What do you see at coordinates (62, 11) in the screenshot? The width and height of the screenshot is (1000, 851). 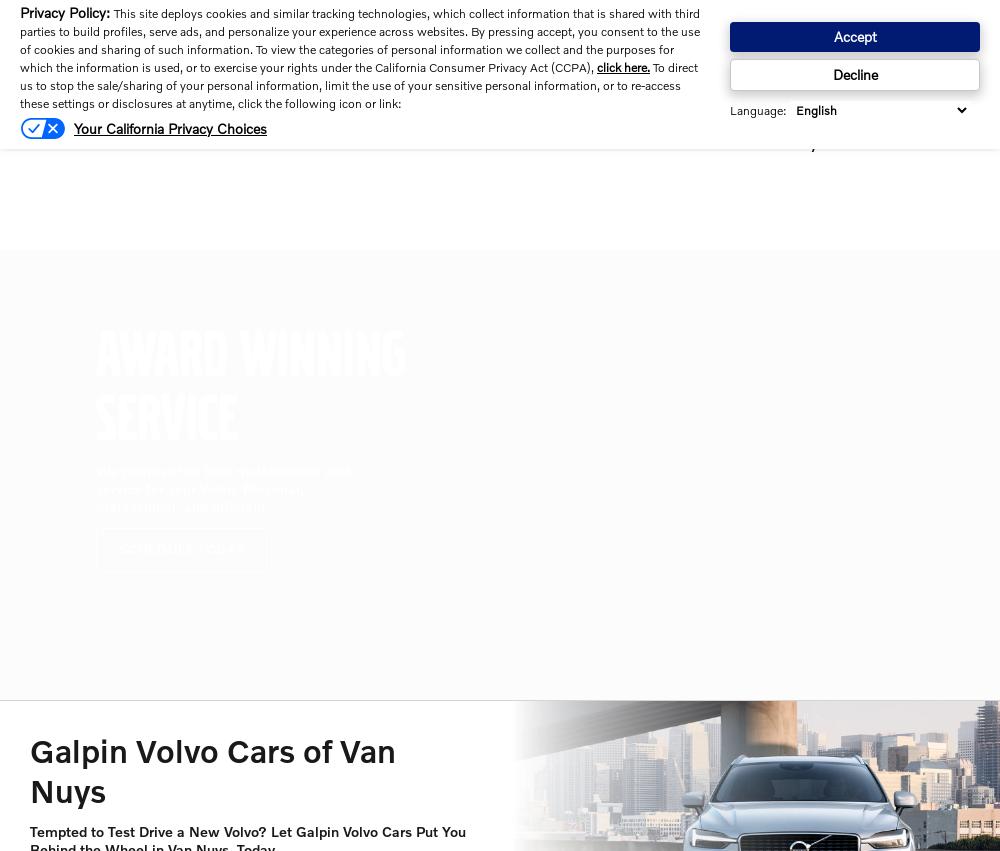 I see `'Privacy Policy'` at bounding box center [62, 11].